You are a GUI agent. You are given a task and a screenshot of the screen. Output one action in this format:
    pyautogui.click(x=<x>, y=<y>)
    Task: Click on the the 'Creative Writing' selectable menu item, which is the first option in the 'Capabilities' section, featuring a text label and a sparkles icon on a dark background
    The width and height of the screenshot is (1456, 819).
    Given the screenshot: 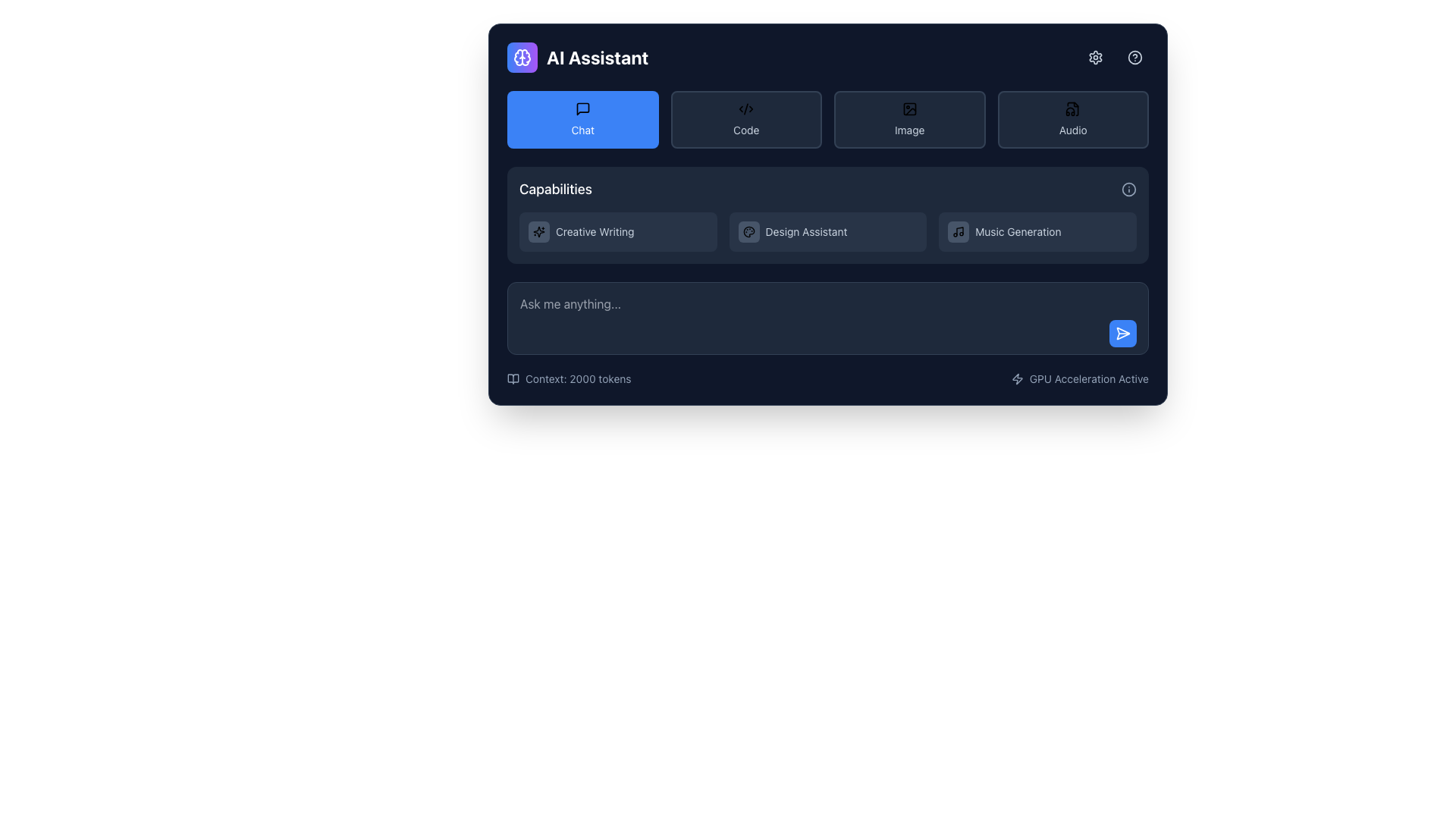 What is the action you would take?
    pyautogui.click(x=618, y=231)
    